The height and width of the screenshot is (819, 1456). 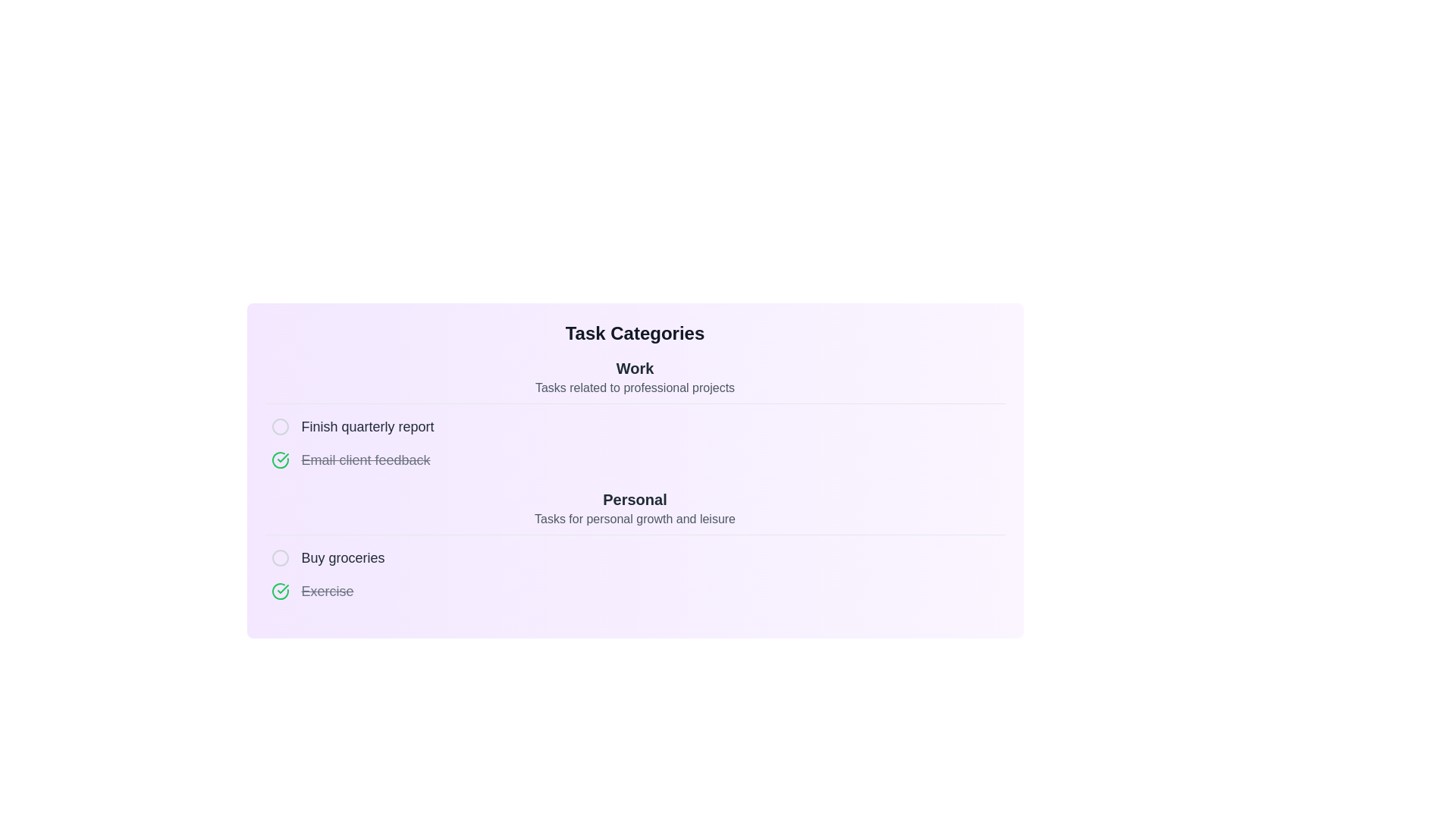 I want to click on the circular SVG graphic element with a solid stroke in light gray color next to the text 'Buy groceries' under the 'Personal' category, so click(x=280, y=558).